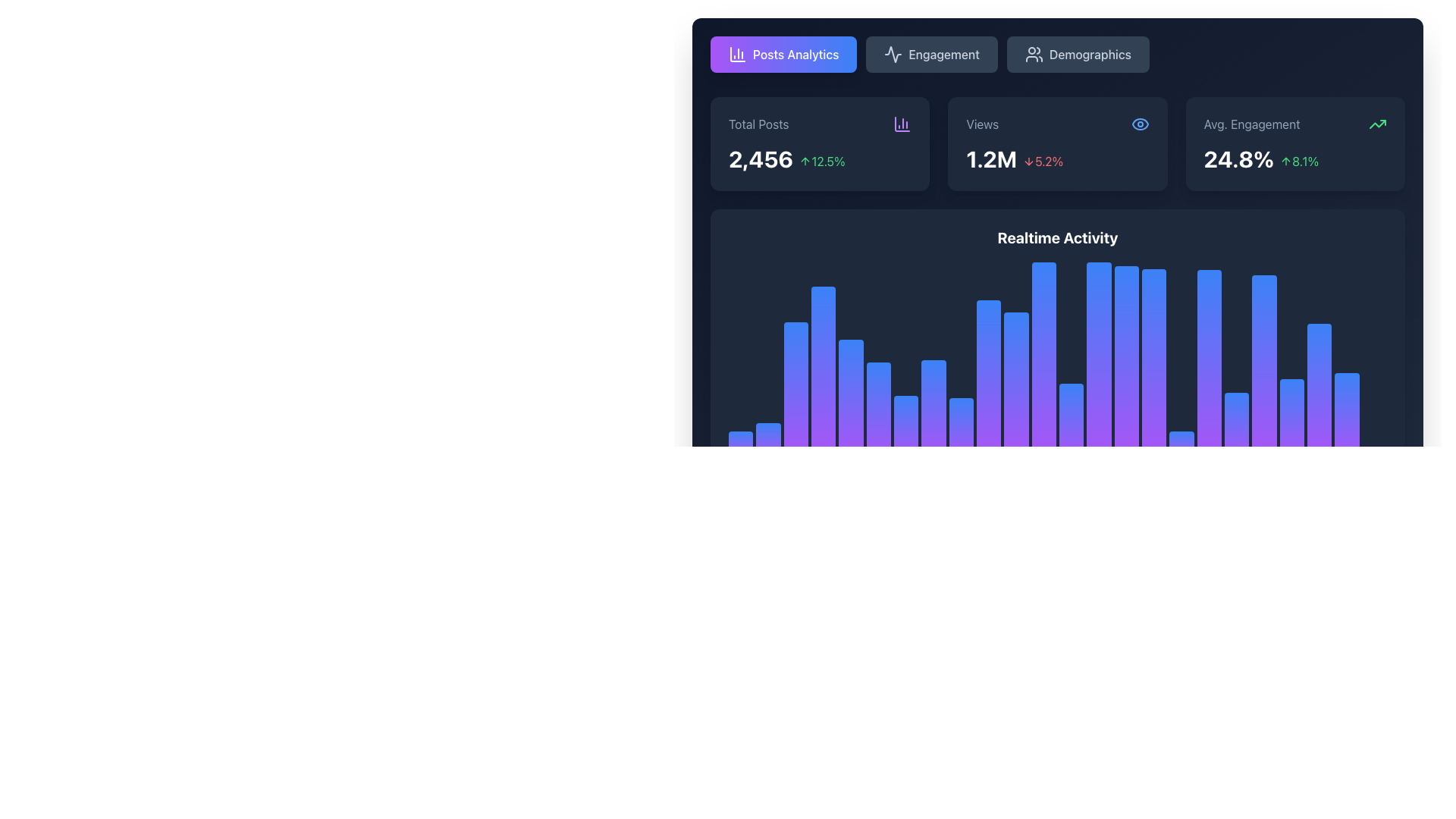 This screenshot has height=819, width=1456. I want to click on the green trending-up icon next to the text 'Avg. Engagement', so click(1294, 124).